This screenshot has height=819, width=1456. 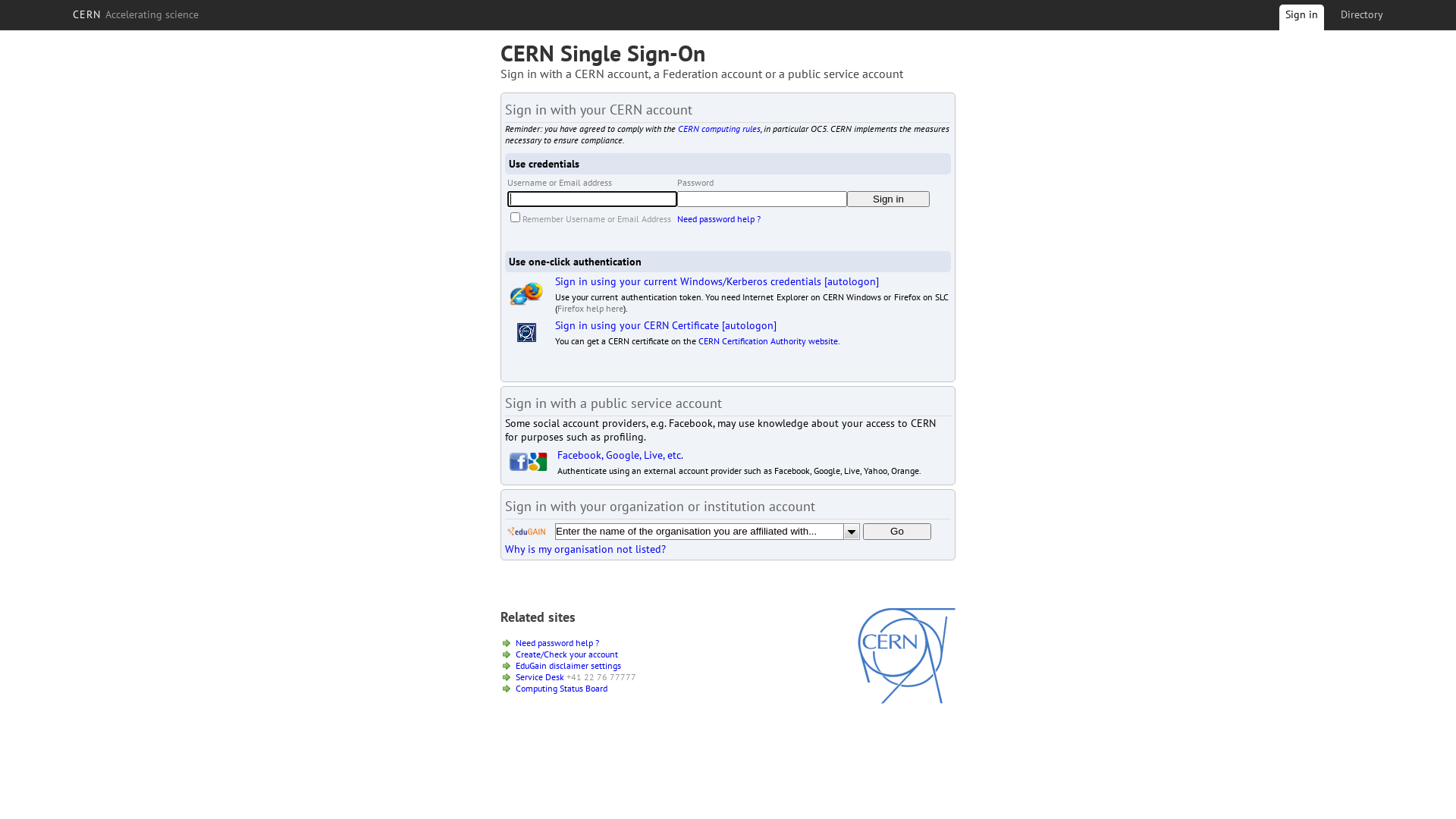 I want to click on '[show debug information]', so click(x=549, y=566).